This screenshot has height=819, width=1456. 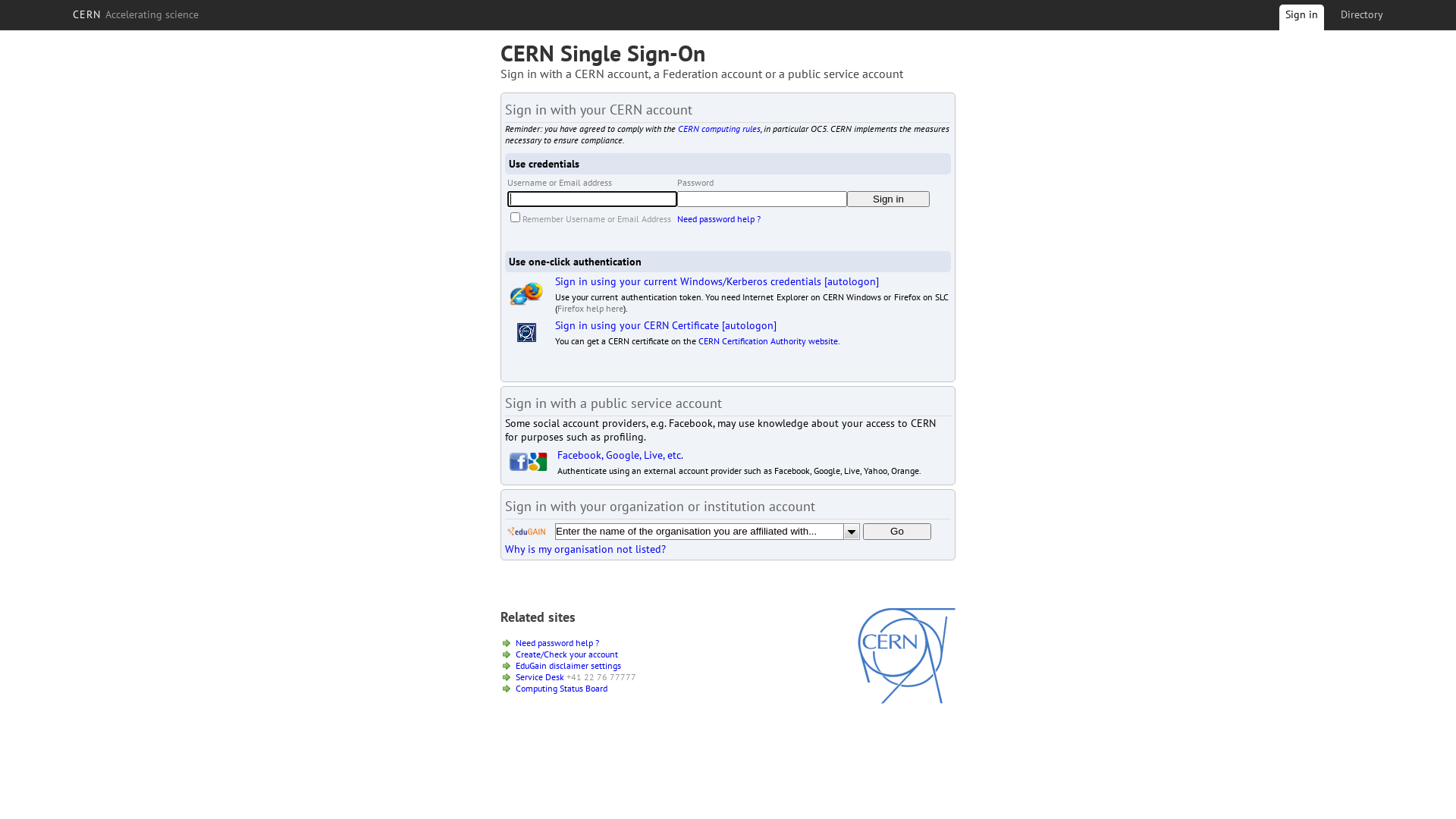 I want to click on '[show debug information]', so click(x=549, y=566).